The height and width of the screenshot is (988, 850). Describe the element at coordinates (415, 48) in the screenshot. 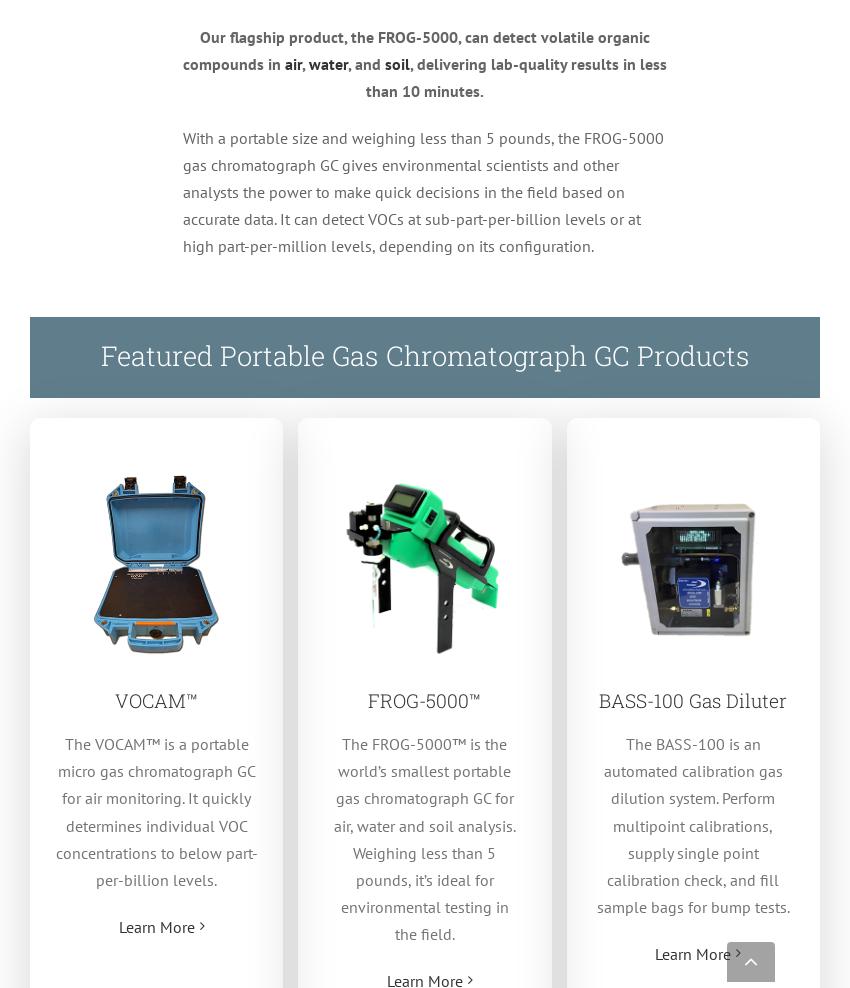

I see `'Our flagship product, the FROG-5000, can detect volatile organic compounds in'` at that location.